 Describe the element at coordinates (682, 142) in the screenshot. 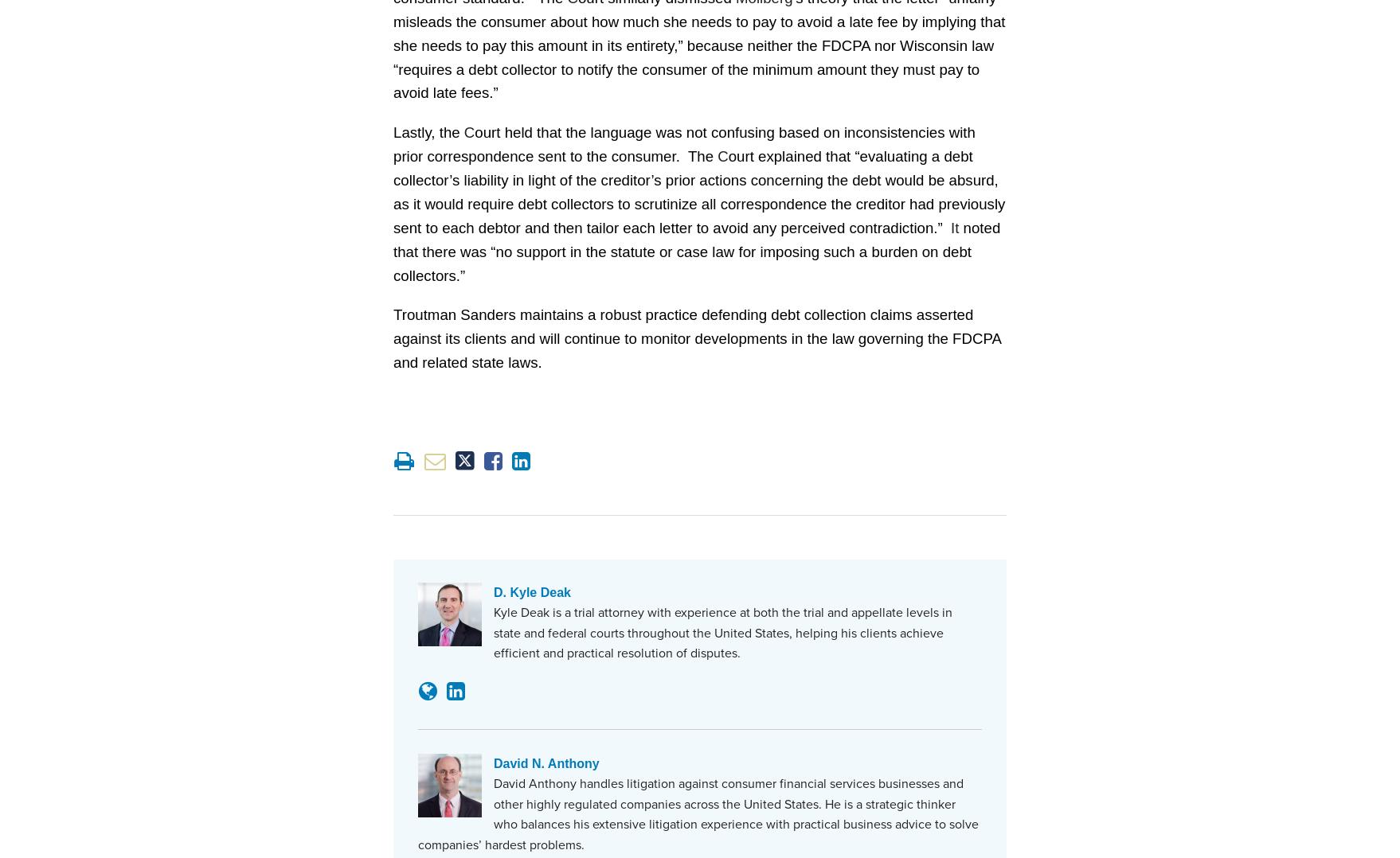

I see `'ourt held that the language was not confusing based on inconsistencies with prior correspondence sent to the consumer.  The'` at that location.